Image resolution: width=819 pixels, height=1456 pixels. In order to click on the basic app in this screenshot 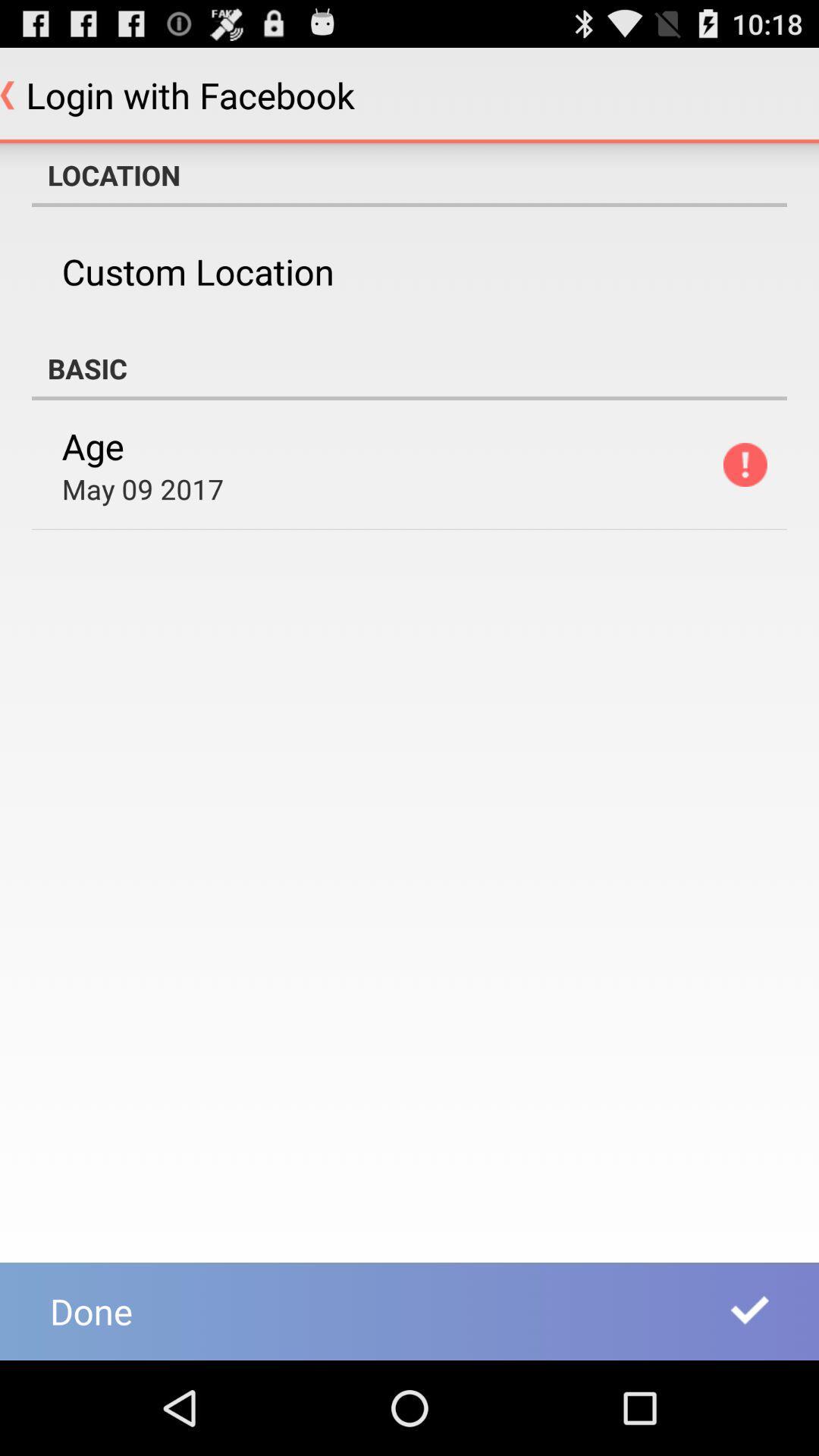, I will do `click(409, 368)`.